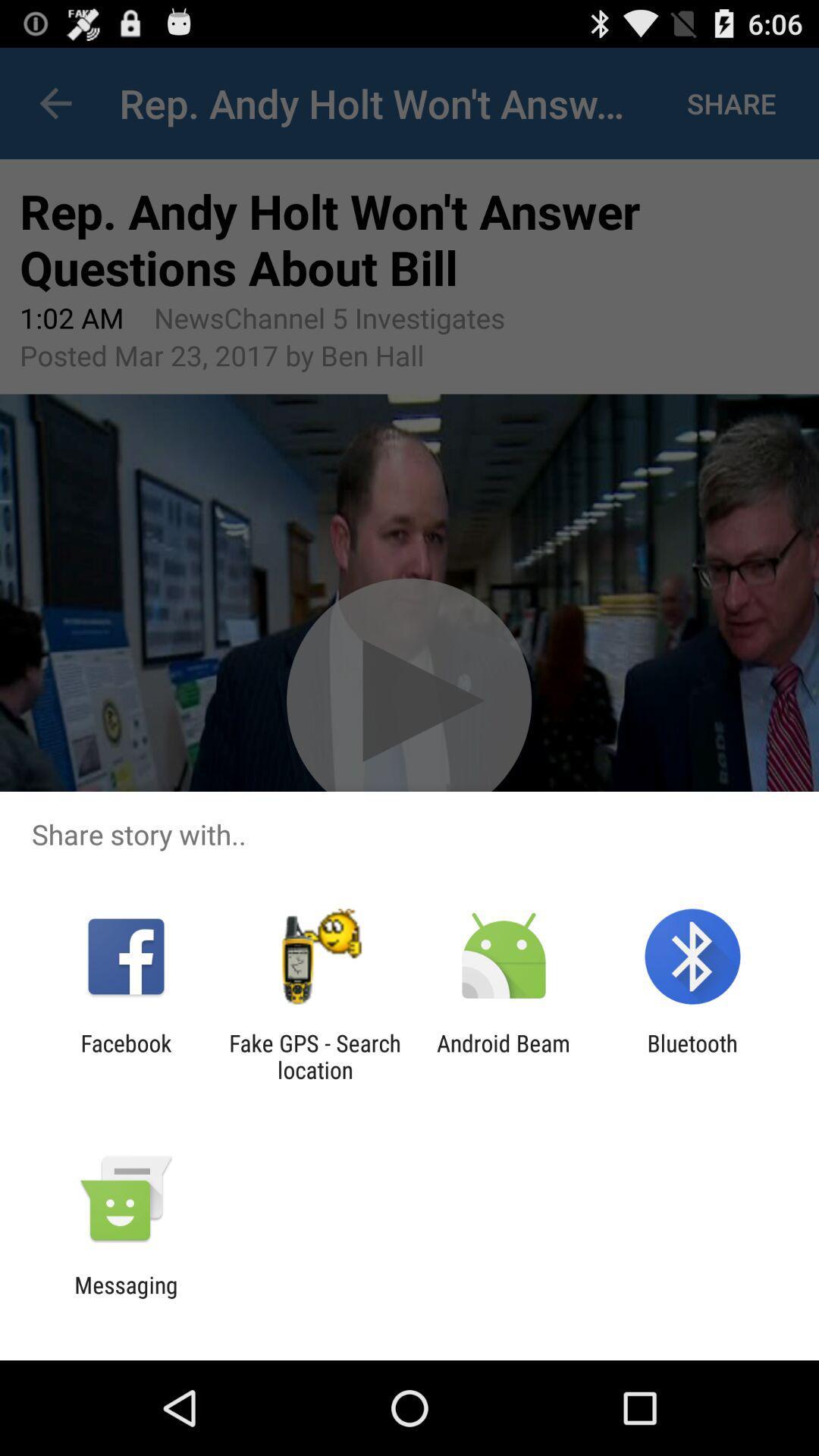 This screenshot has height=1456, width=819. Describe the element at coordinates (125, 1298) in the screenshot. I see `the messaging icon` at that location.